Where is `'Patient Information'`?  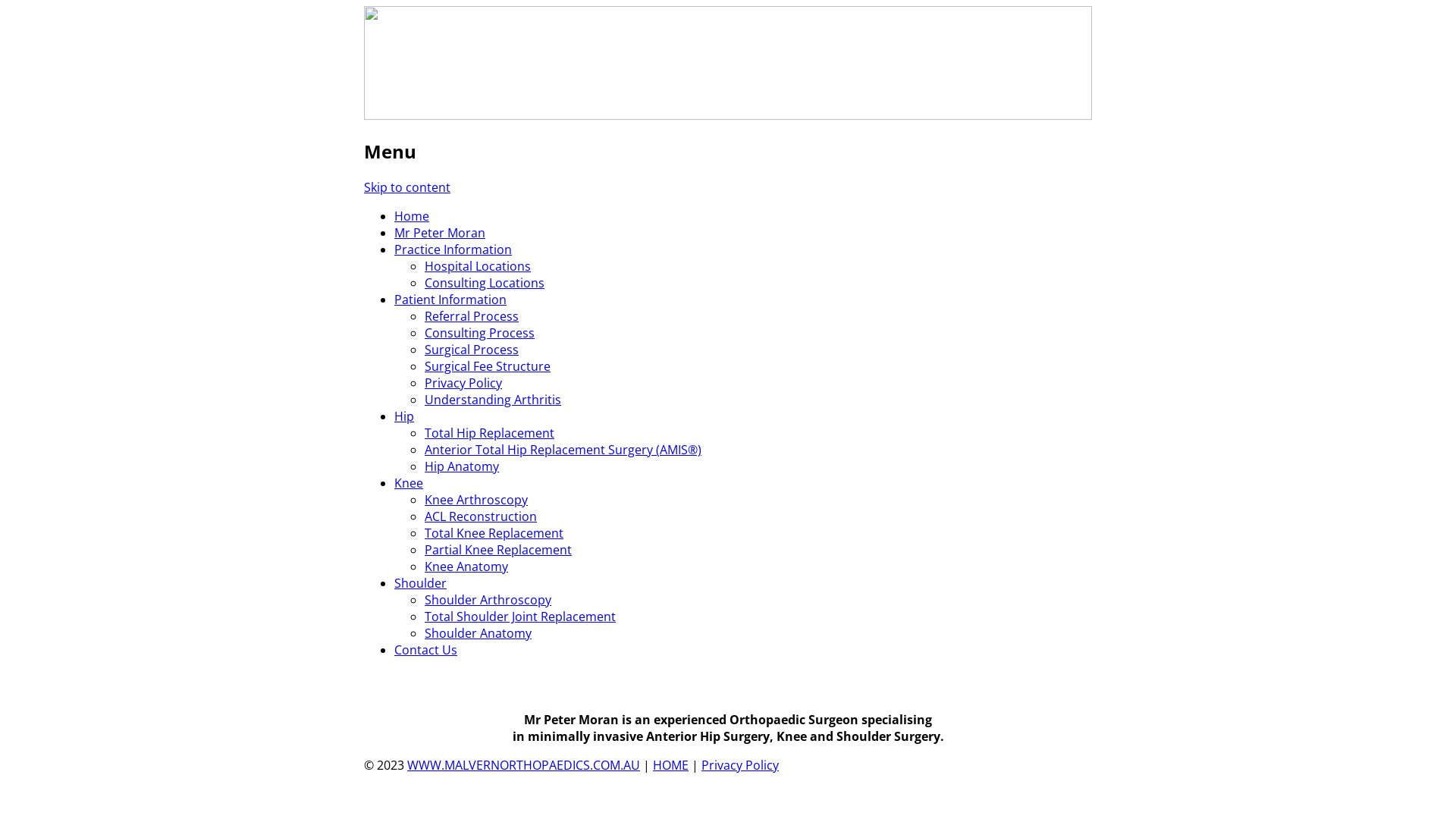 'Patient Information' is located at coordinates (450, 299).